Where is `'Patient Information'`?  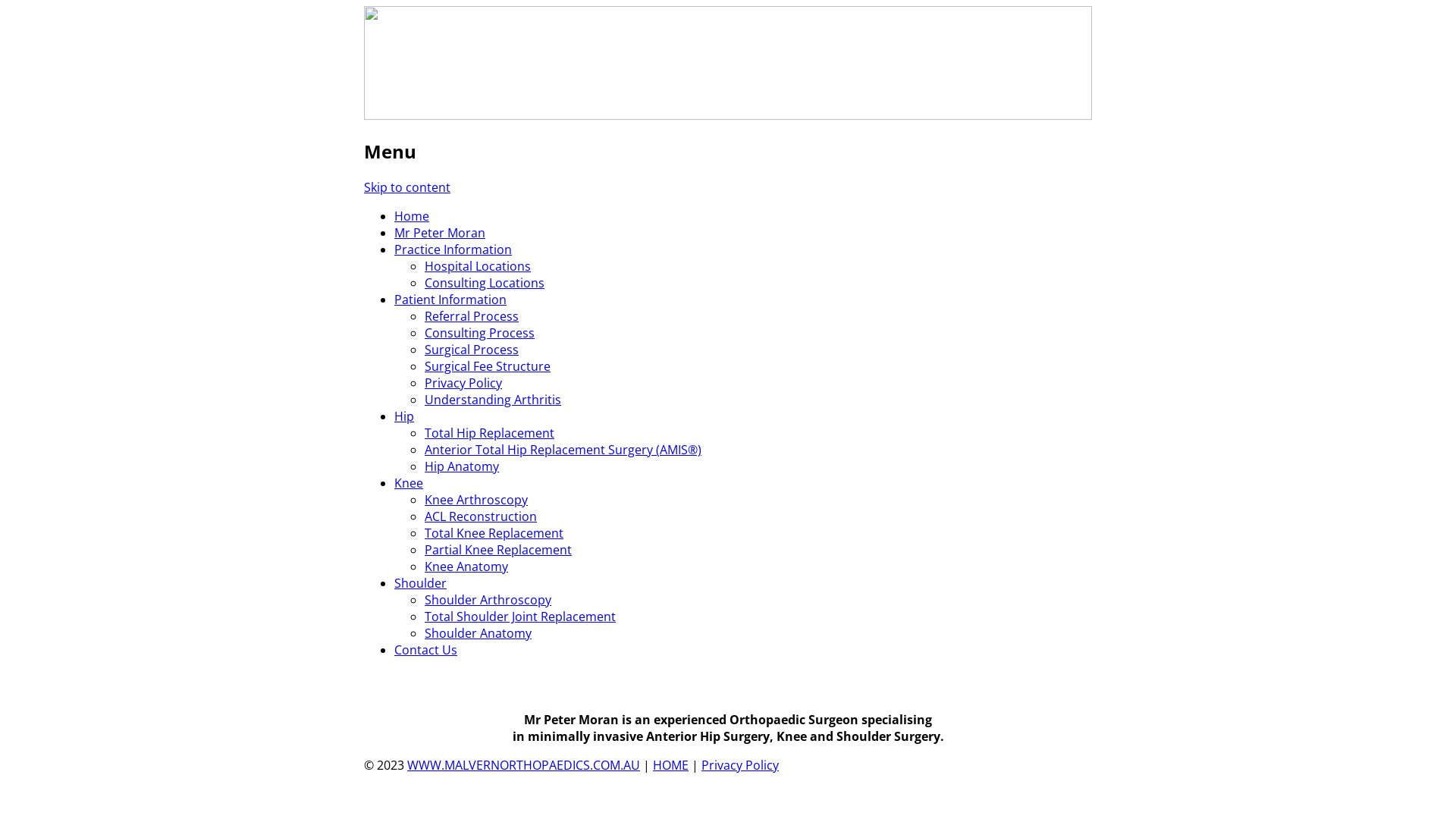 'Patient Information' is located at coordinates (450, 299).